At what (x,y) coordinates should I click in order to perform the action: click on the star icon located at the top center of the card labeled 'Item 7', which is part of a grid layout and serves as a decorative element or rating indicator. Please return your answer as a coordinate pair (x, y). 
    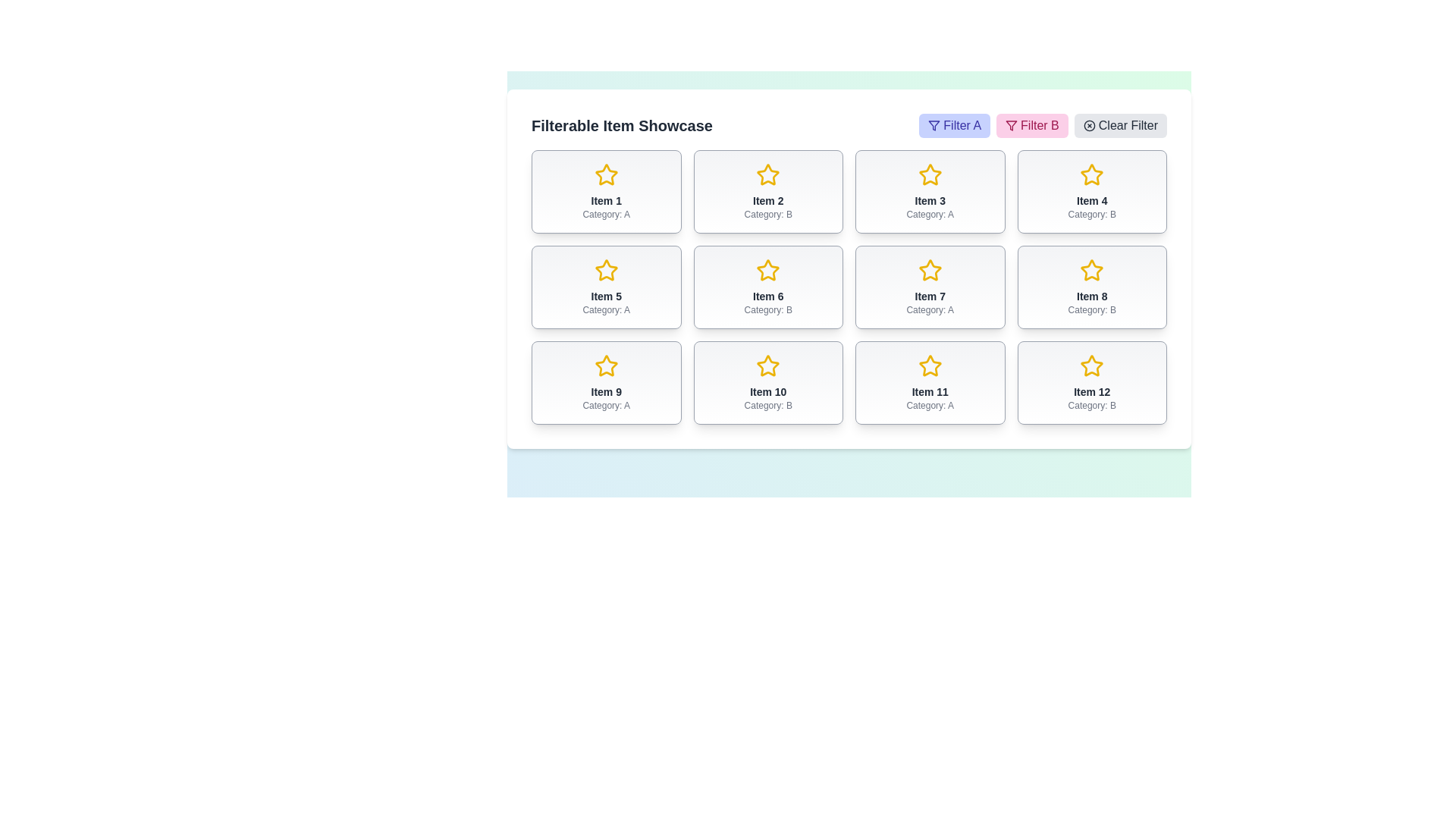
    Looking at the image, I should click on (929, 270).